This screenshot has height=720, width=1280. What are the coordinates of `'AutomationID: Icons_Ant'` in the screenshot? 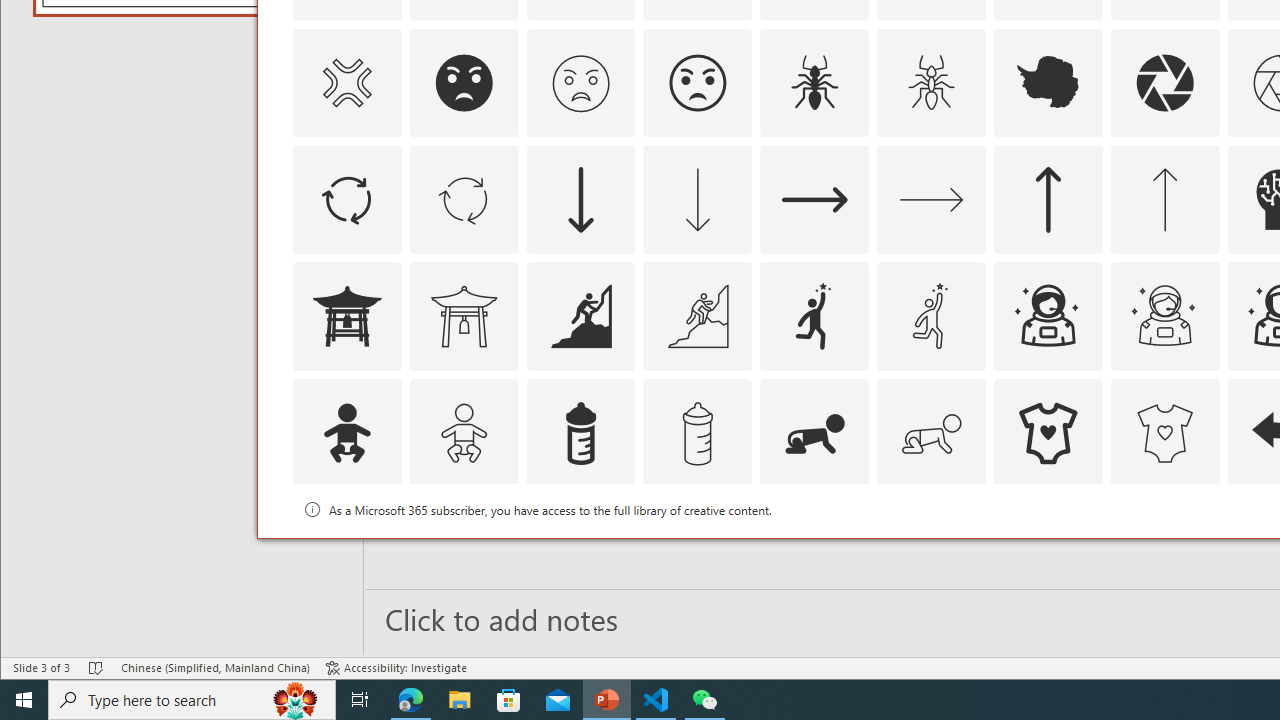 It's located at (815, 81).